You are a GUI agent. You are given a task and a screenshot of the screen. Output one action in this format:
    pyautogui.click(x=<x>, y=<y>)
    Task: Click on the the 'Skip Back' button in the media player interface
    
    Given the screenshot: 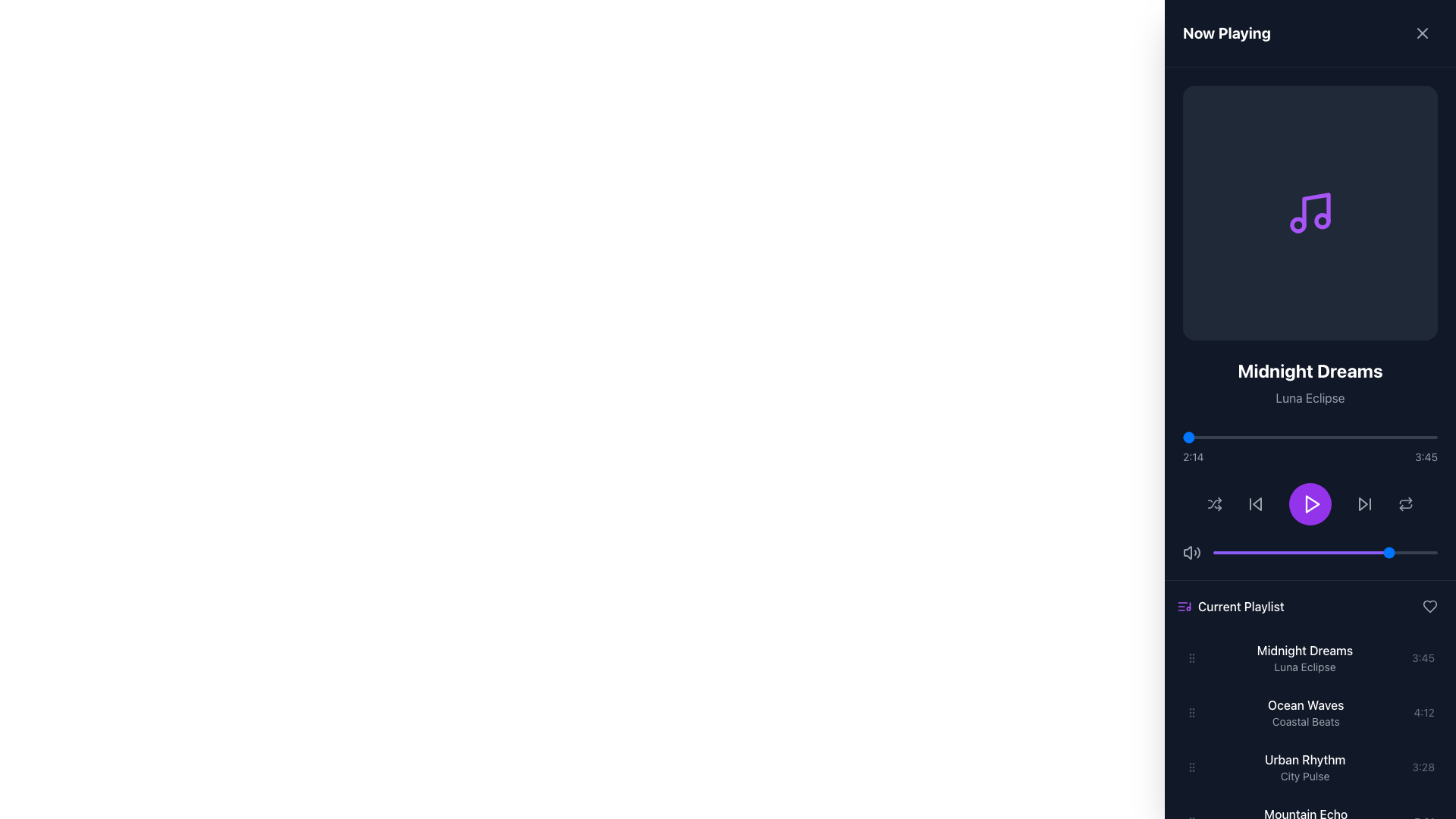 What is the action you would take?
    pyautogui.click(x=1257, y=504)
    